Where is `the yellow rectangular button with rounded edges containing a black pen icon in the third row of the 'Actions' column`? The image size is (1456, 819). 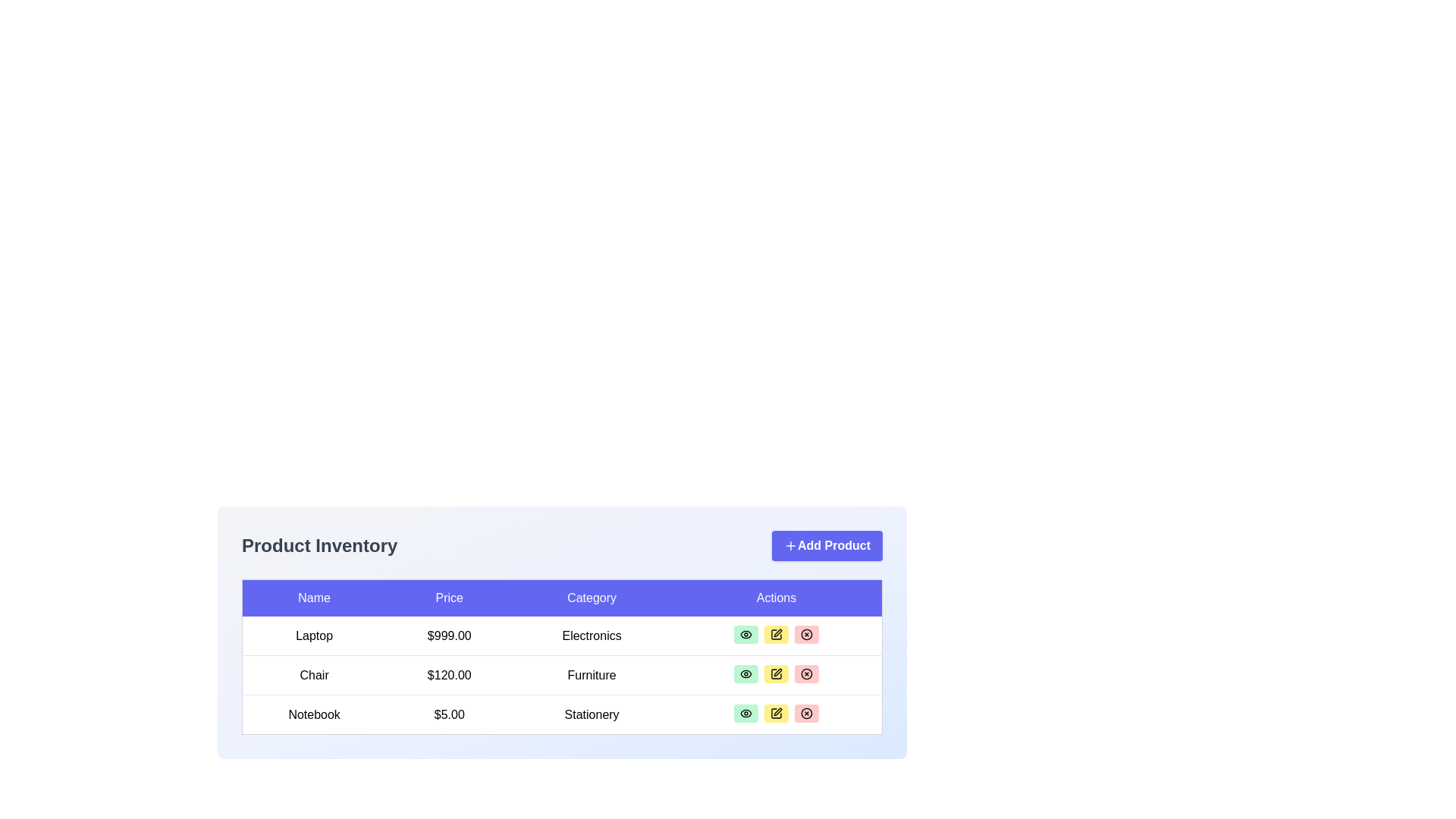
the yellow rectangular button with rounded edges containing a black pen icon in the third row of the 'Actions' column is located at coordinates (776, 673).